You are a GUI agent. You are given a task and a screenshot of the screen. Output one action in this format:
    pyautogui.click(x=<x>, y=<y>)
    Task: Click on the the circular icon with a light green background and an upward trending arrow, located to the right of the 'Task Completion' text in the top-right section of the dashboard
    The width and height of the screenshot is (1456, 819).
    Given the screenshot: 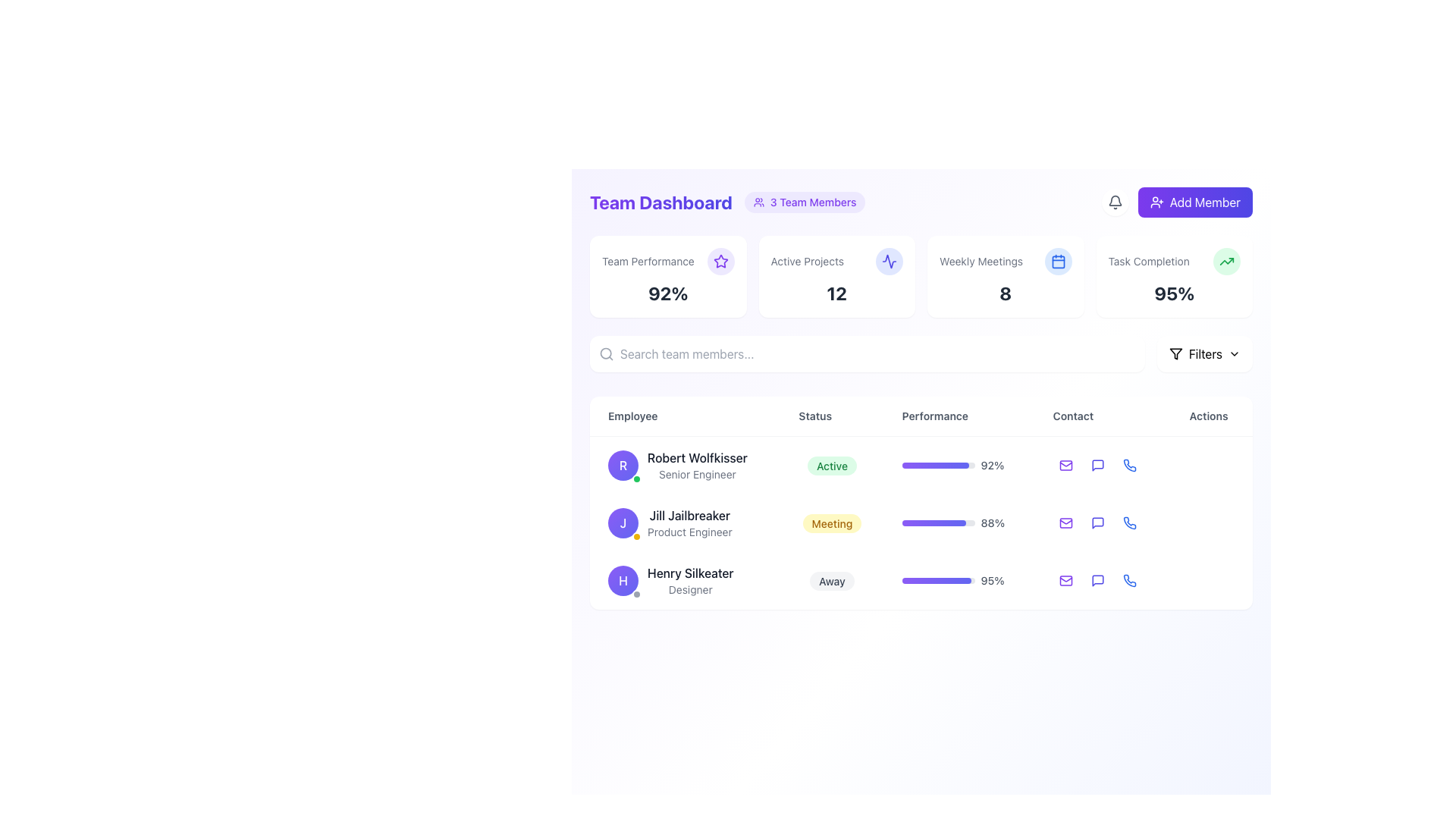 What is the action you would take?
    pyautogui.click(x=1226, y=260)
    